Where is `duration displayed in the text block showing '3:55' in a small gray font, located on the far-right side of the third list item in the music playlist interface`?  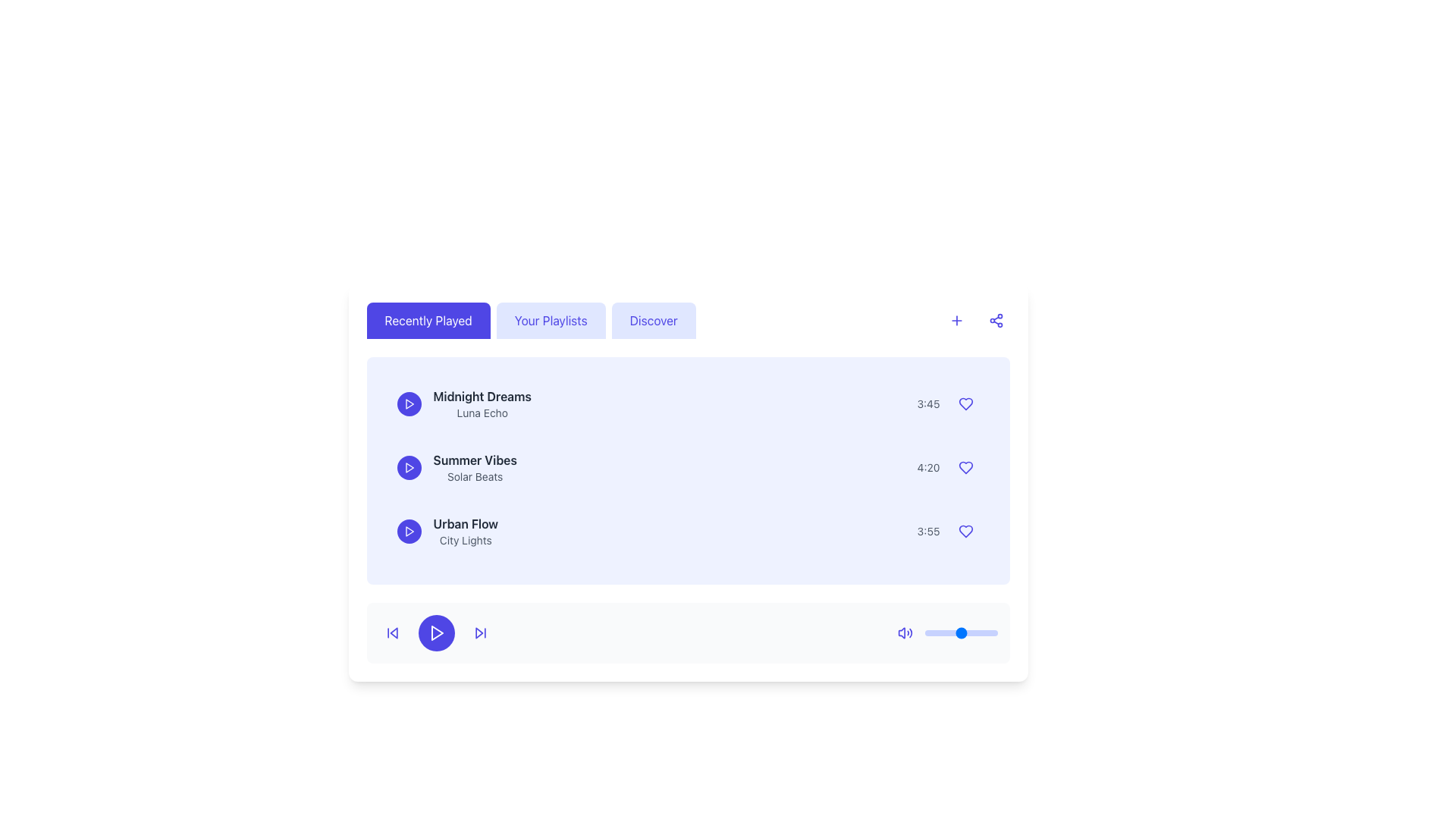
duration displayed in the text block showing '3:55' in a small gray font, located on the far-right side of the third list item in the music playlist interface is located at coordinates (927, 531).